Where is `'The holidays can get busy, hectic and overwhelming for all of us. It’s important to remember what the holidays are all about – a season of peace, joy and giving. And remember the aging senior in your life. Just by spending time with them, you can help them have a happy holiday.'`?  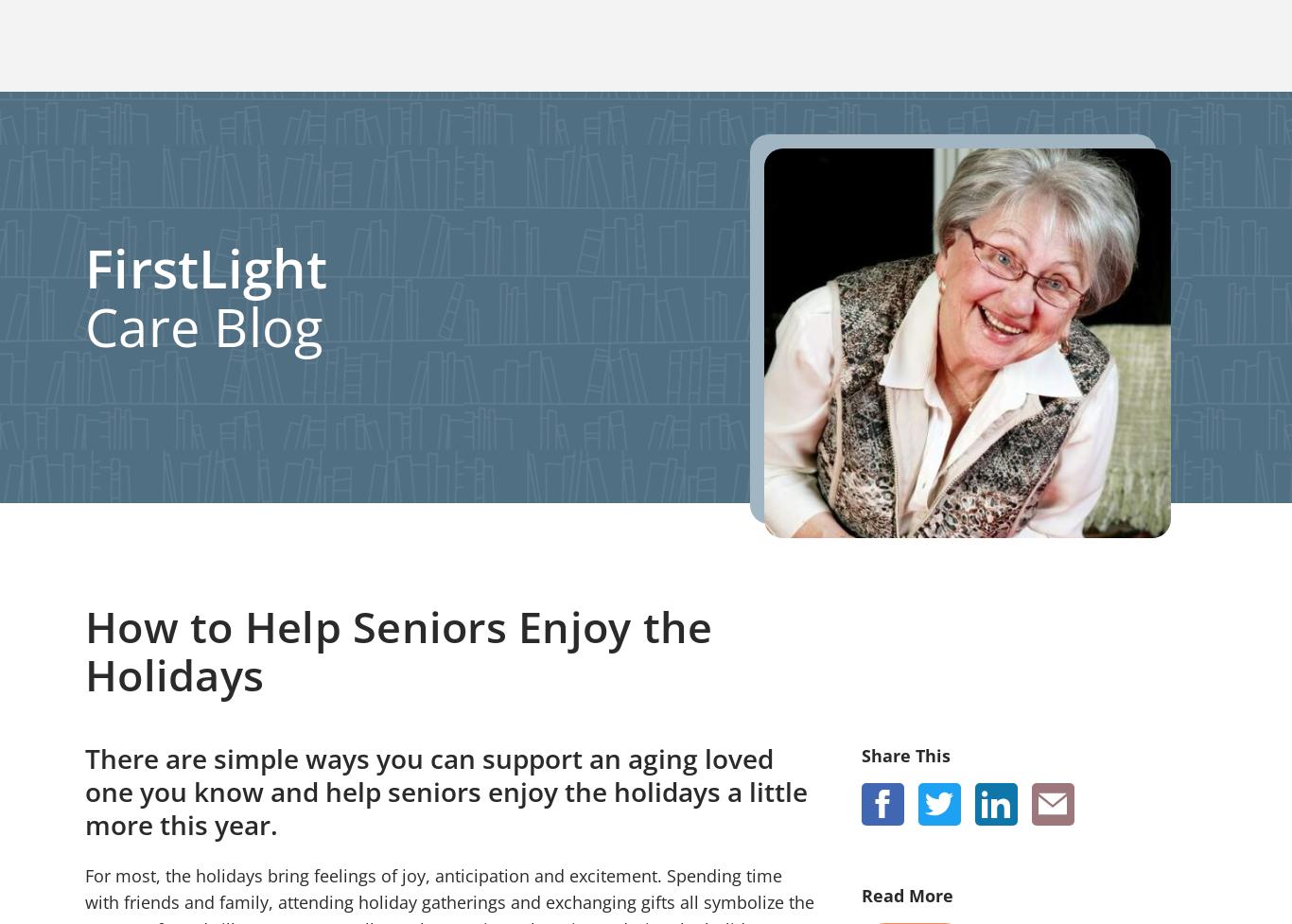
'The holidays can get busy, hectic and overwhelming for all of us. It’s important to remember what the holidays are all about – a season of peace, joy and giving. And remember the aging senior in your life. Just by spending time with them, you can help them have a happy holiday.' is located at coordinates (85, 128).